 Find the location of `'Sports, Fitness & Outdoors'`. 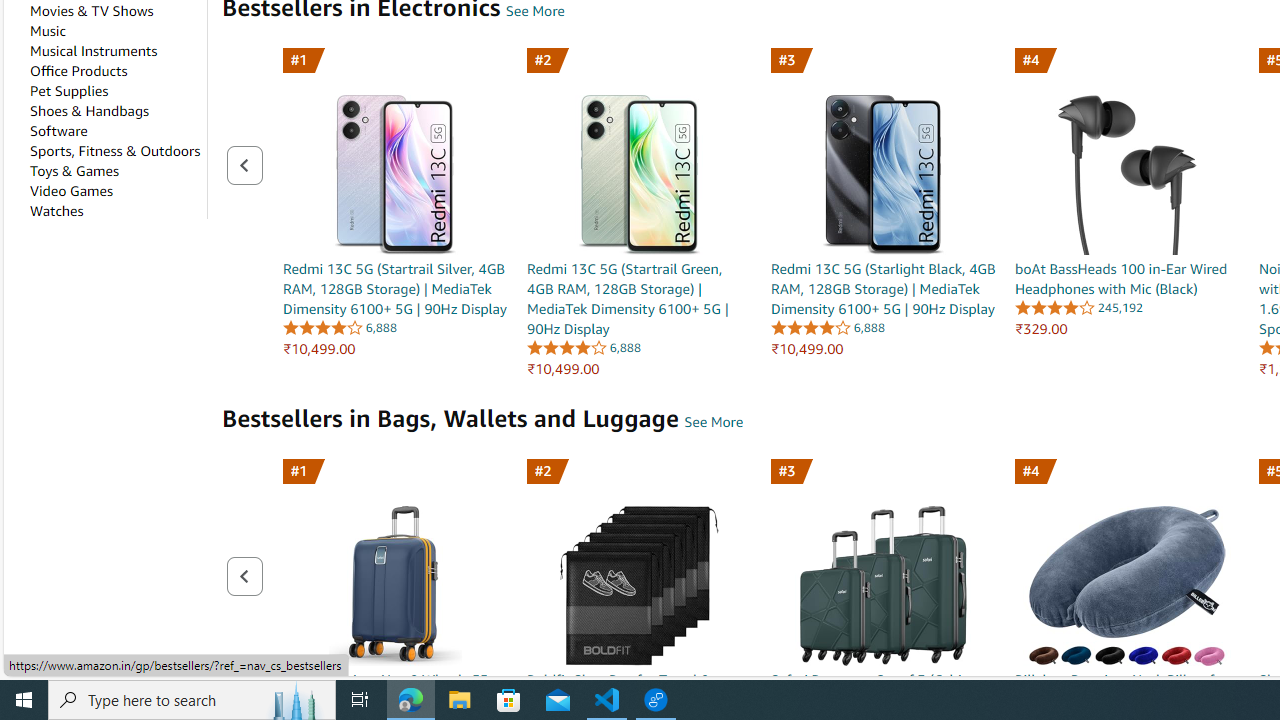

'Sports, Fitness & Outdoors' is located at coordinates (114, 149).